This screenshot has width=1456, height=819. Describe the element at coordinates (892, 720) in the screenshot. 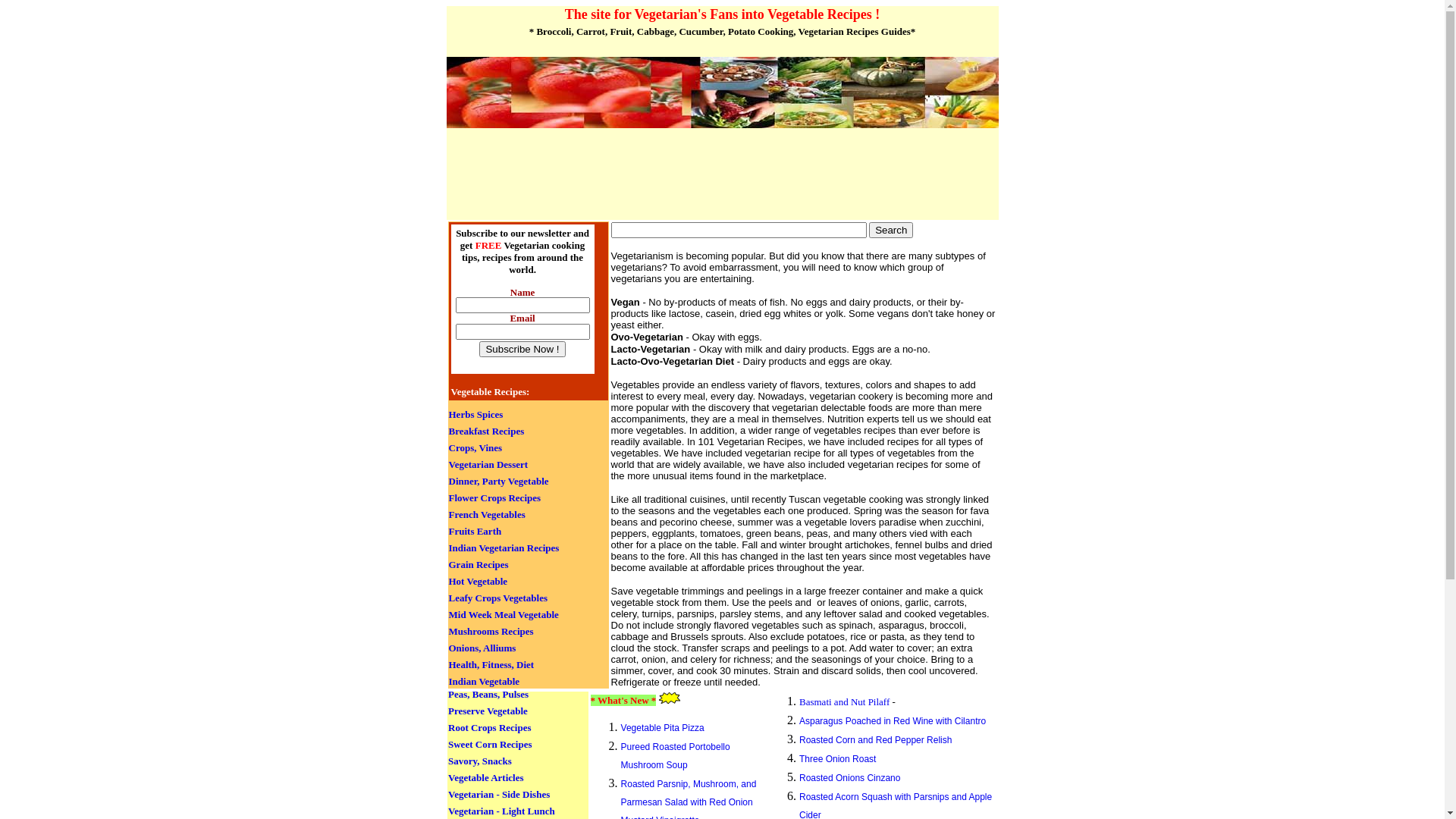

I see `'Asparagus Poached in Red Wine with Cilantro'` at that location.